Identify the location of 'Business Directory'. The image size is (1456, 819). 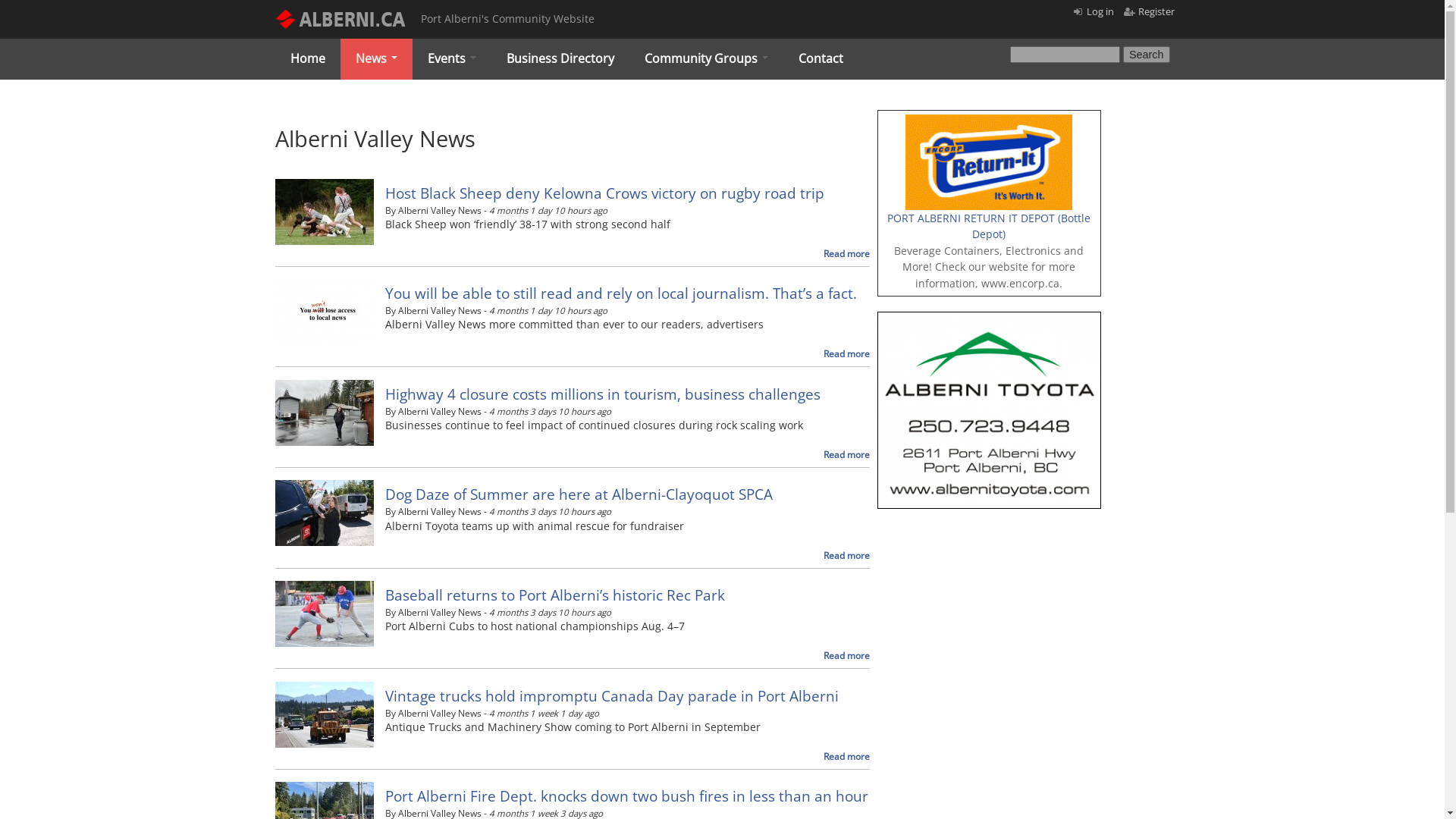
(491, 58).